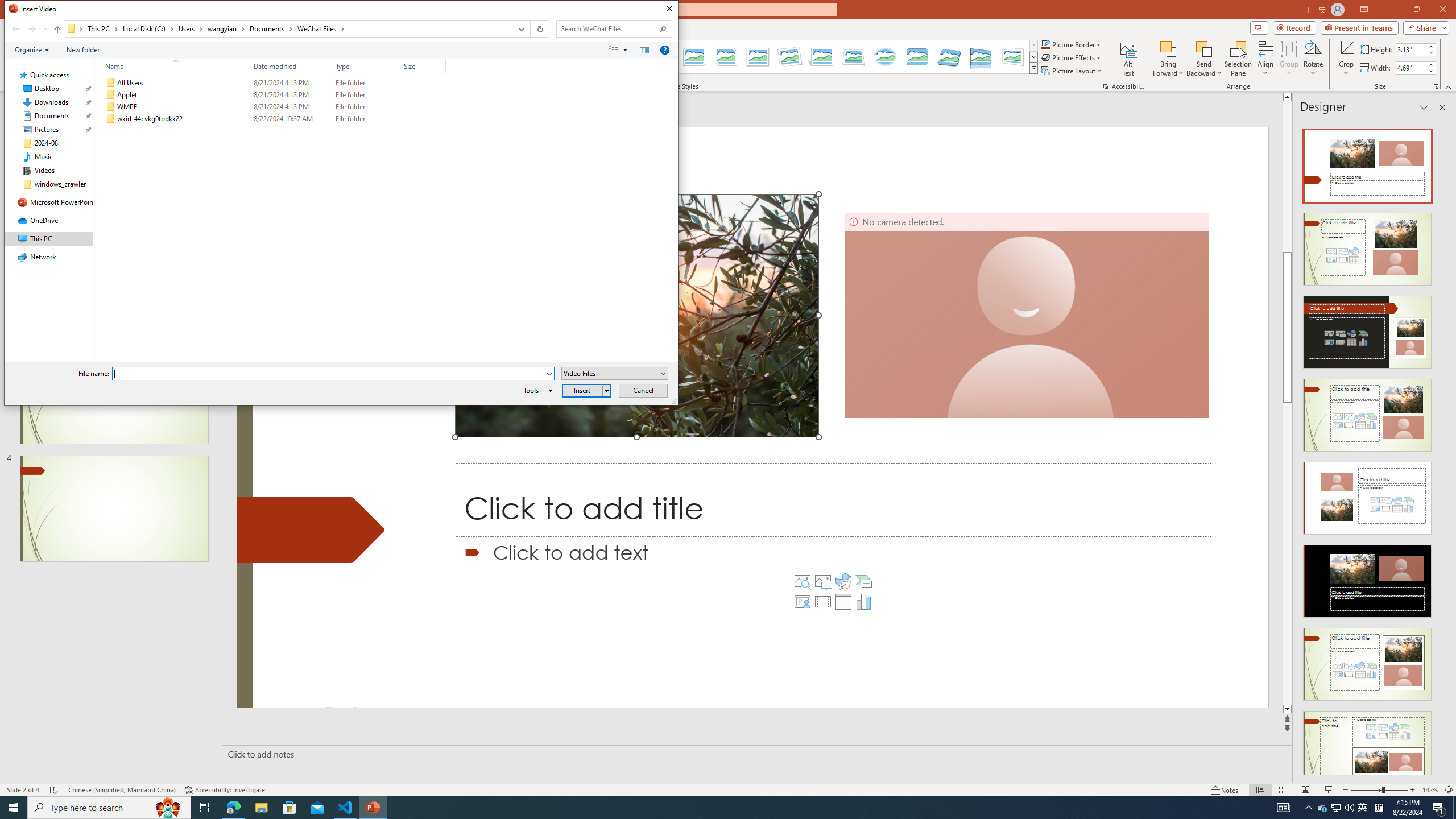 This screenshot has height=819, width=1456. What do you see at coordinates (843, 601) in the screenshot?
I see `'Insert Table'` at bounding box center [843, 601].